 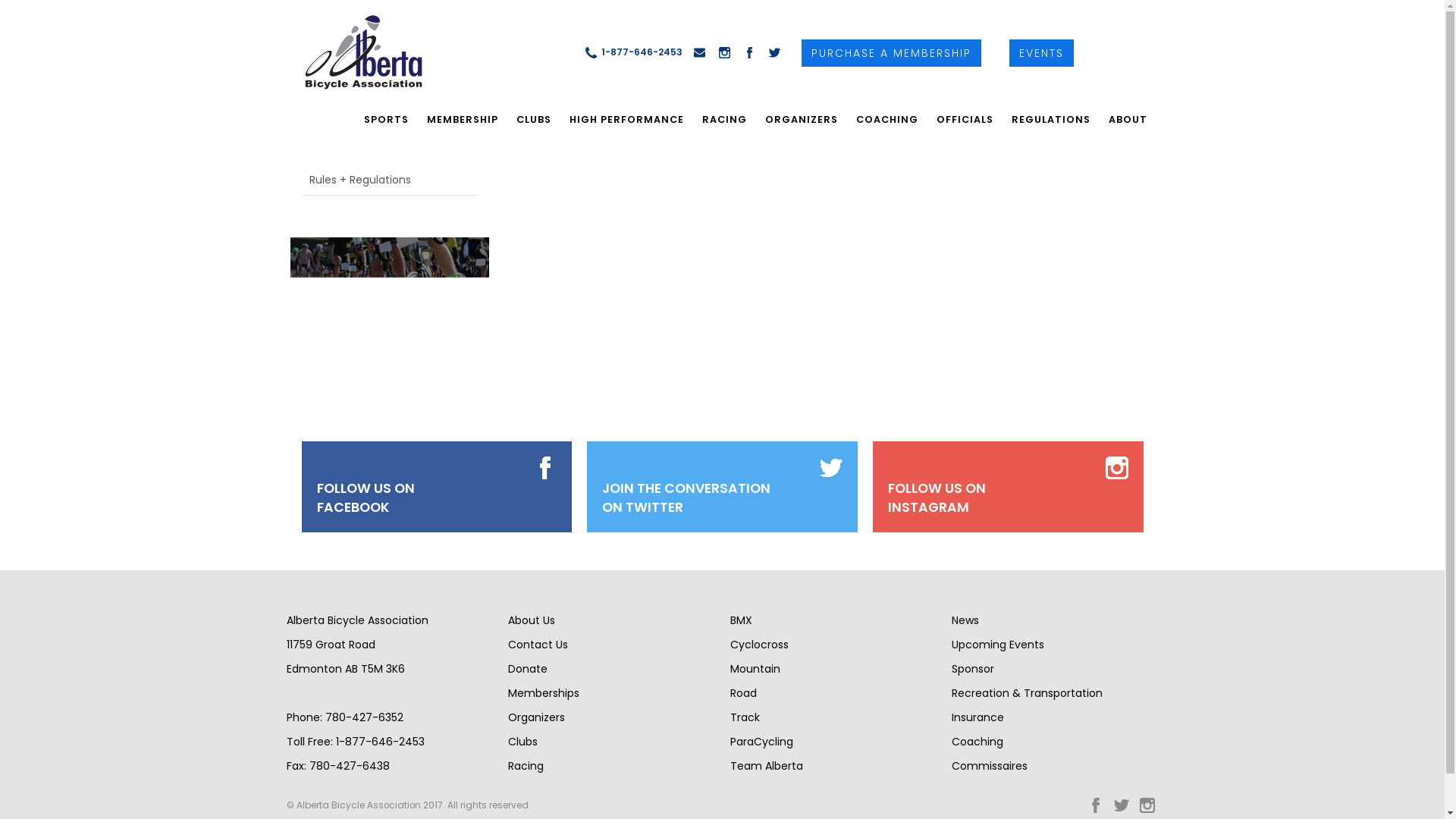 What do you see at coordinates (522, 741) in the screenshot?
I see `'Clubs'` at bounding box center [522, 741].